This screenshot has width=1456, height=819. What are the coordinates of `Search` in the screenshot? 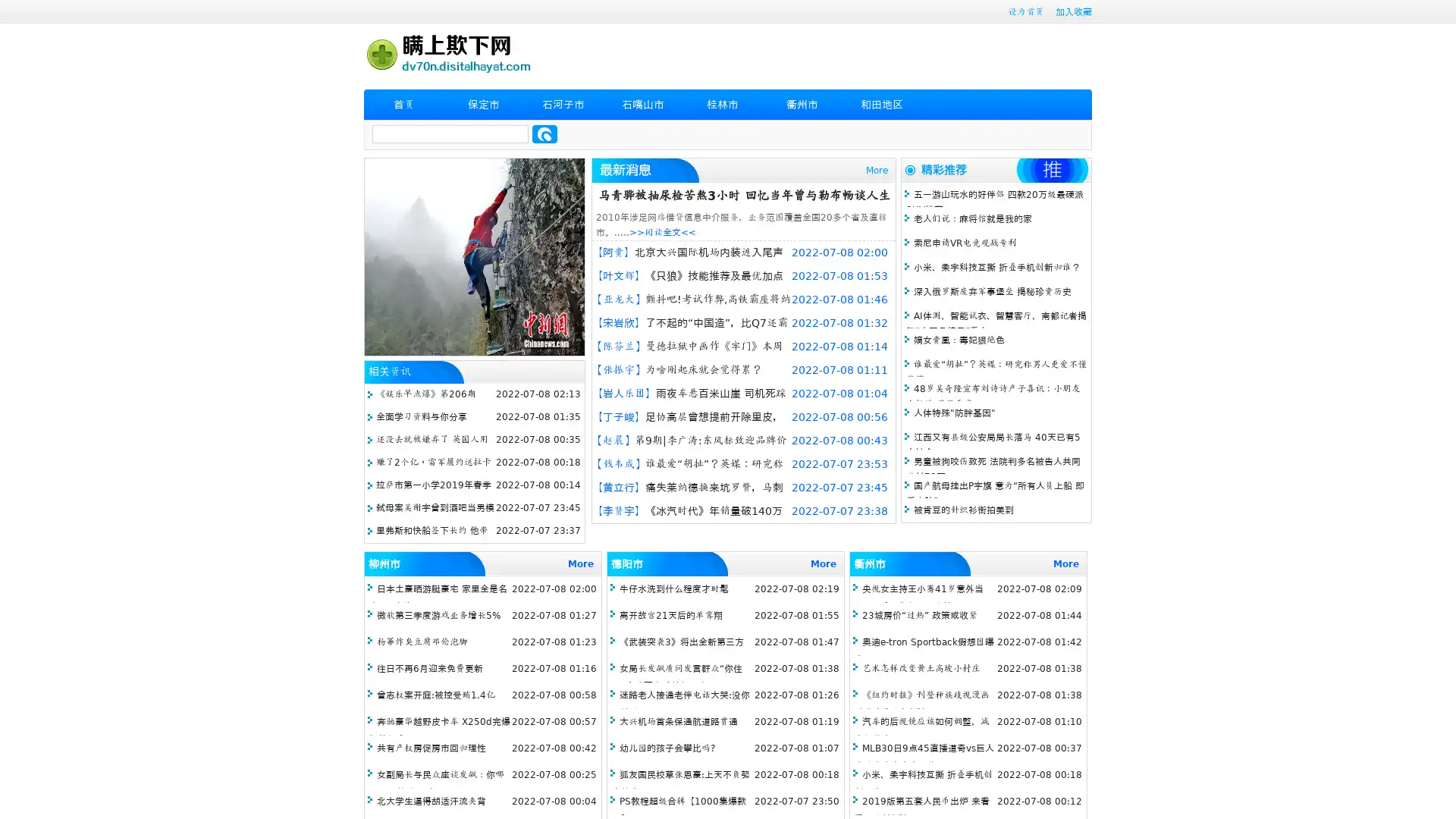 It's located at (544, 133).